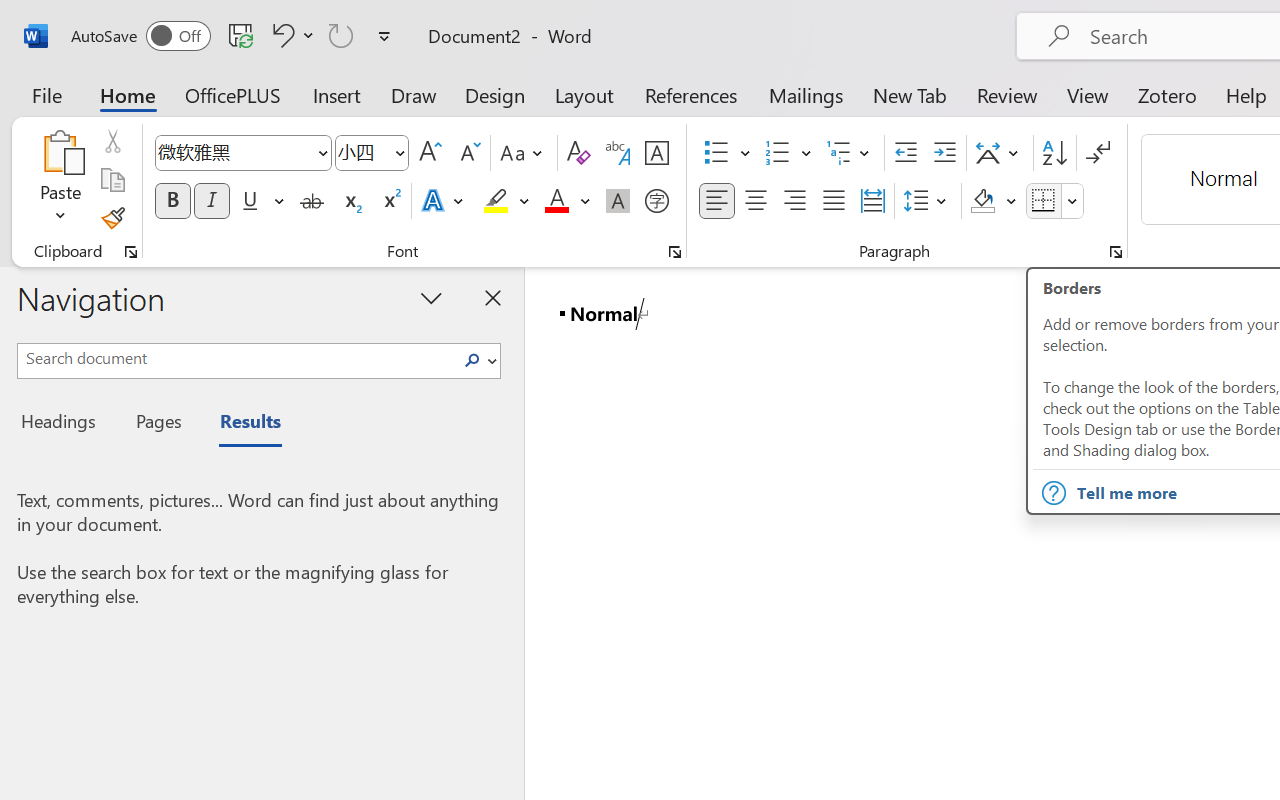 Image resolution: width=1280 pixels, height=800 pixels. I want to click on 'Bold', so click(172, 201).